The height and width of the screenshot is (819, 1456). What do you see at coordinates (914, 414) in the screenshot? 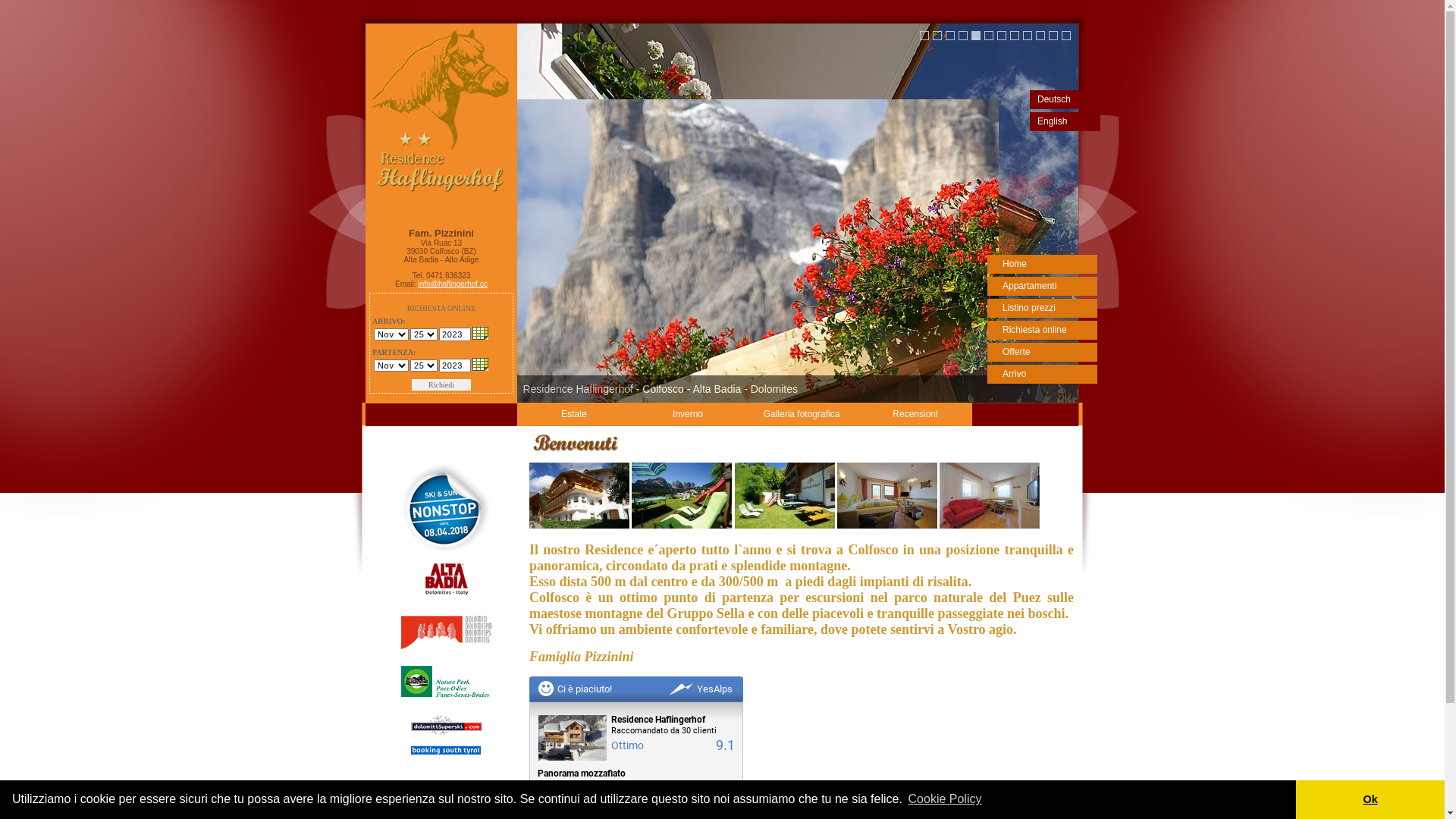
I see `'Recensioni'` at bounding box center [914, 414].